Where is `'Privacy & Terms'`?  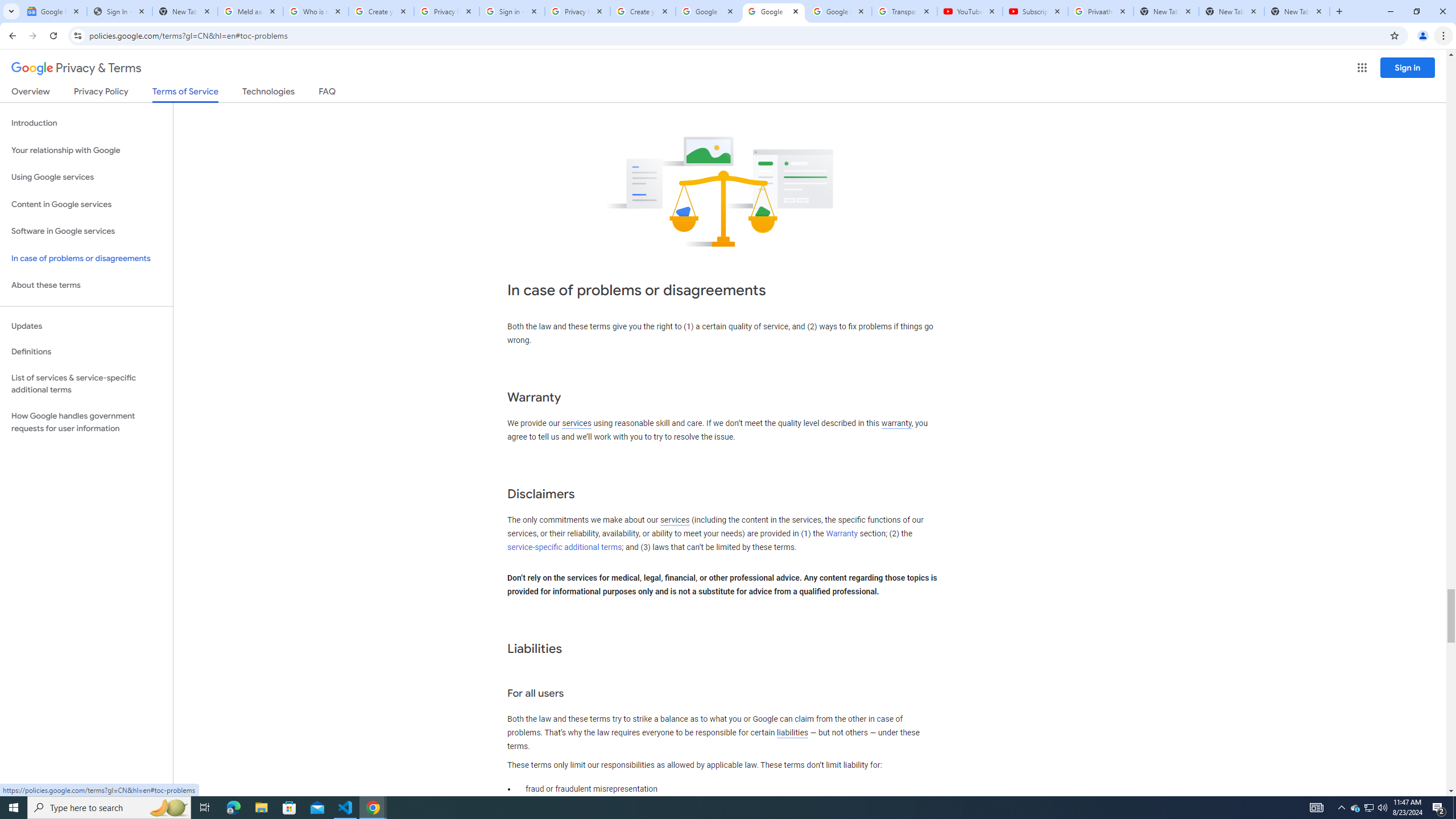 'Privacy & Terms' is located at coordinates (76, 68).